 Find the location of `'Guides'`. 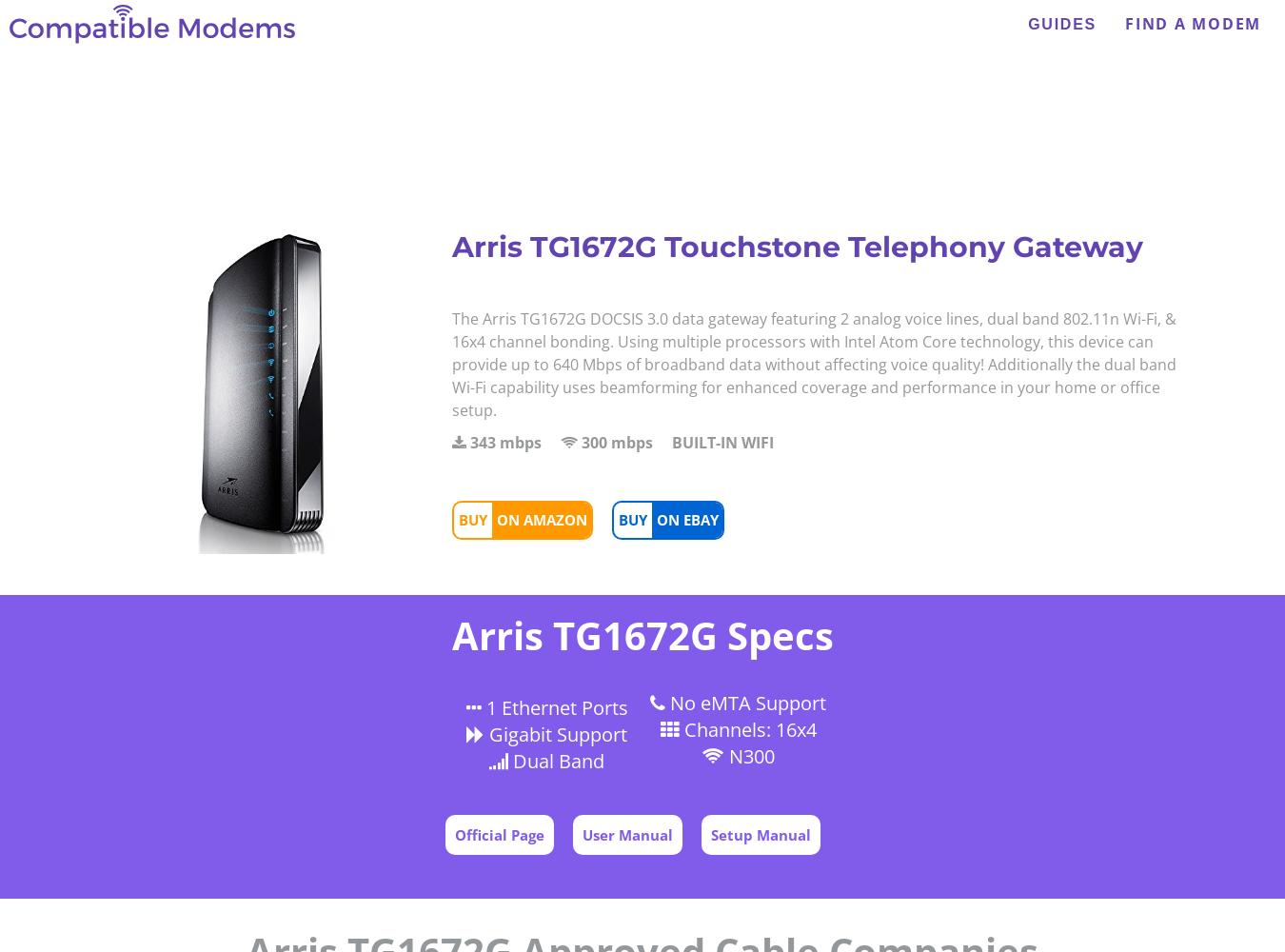

'Guides' is located at coordinates (1062, 24).